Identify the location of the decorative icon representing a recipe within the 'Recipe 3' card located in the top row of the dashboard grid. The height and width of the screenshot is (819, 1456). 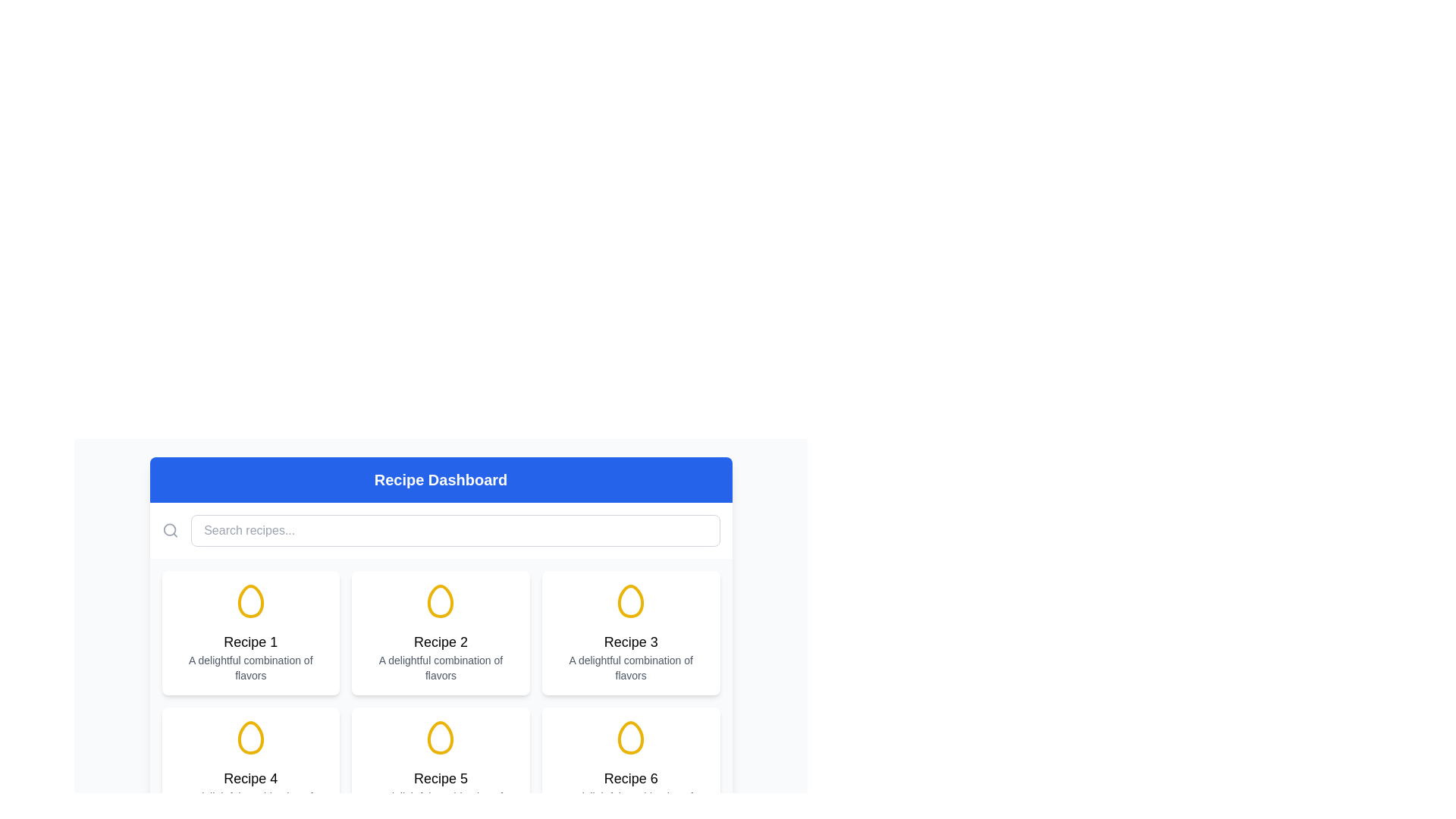
(631, 601).